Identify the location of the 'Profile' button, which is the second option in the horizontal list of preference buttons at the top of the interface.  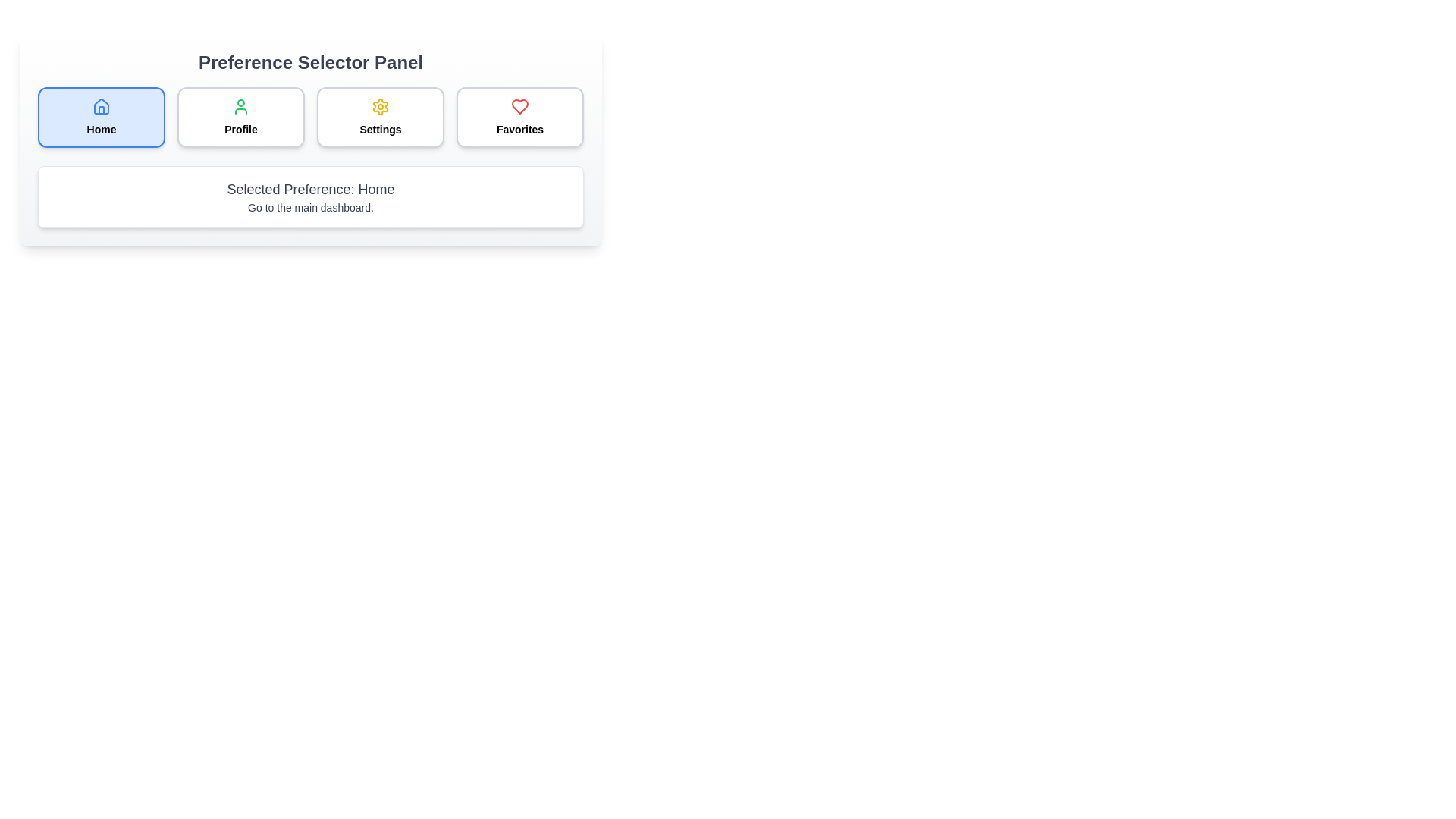
(240, 106).